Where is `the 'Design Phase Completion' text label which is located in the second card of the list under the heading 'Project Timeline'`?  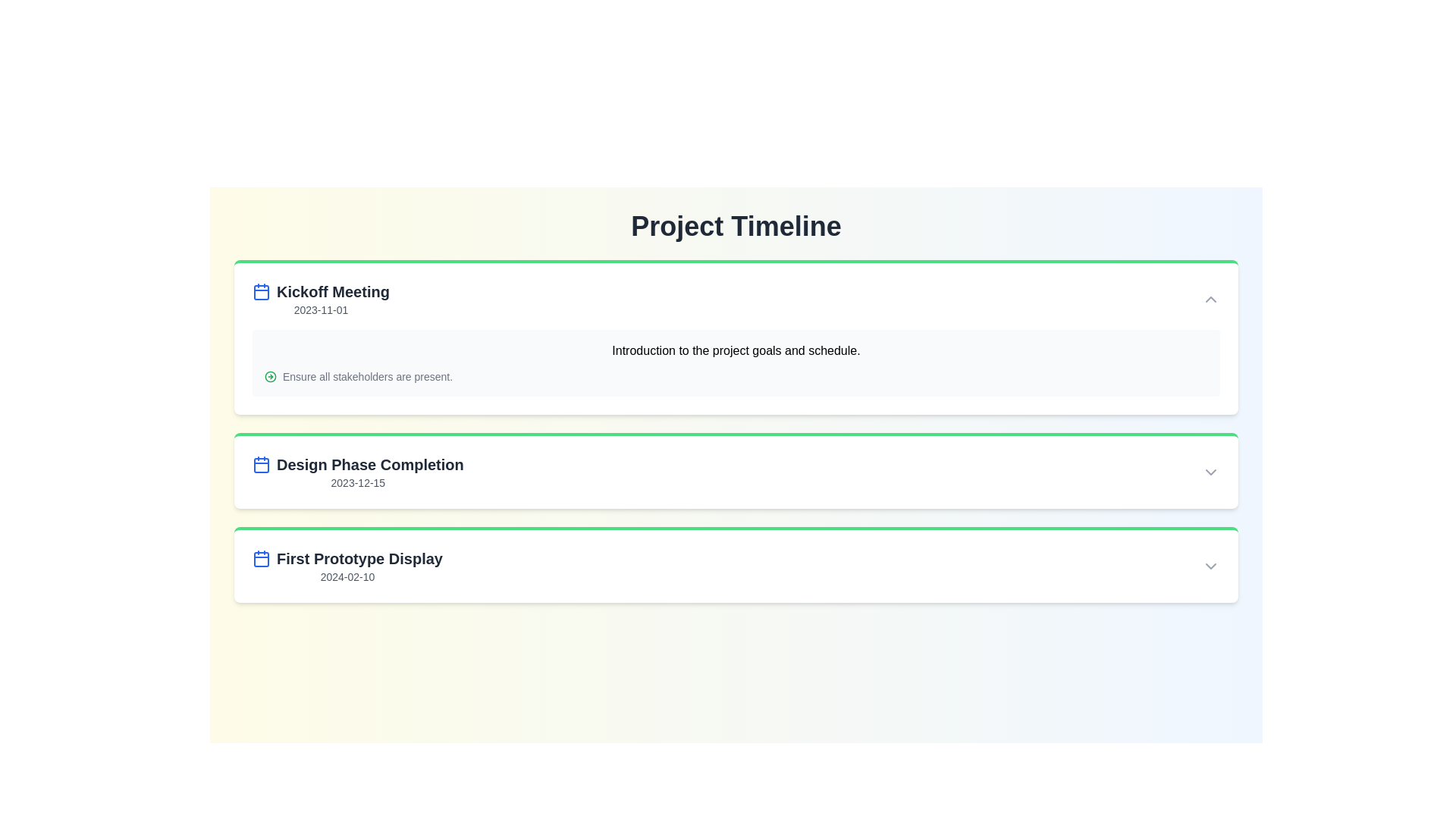 the 'Design Phase Completion' text label which is located in the second card of the list under the heading 'Project Timeline' is located at coordinates (357, 472).